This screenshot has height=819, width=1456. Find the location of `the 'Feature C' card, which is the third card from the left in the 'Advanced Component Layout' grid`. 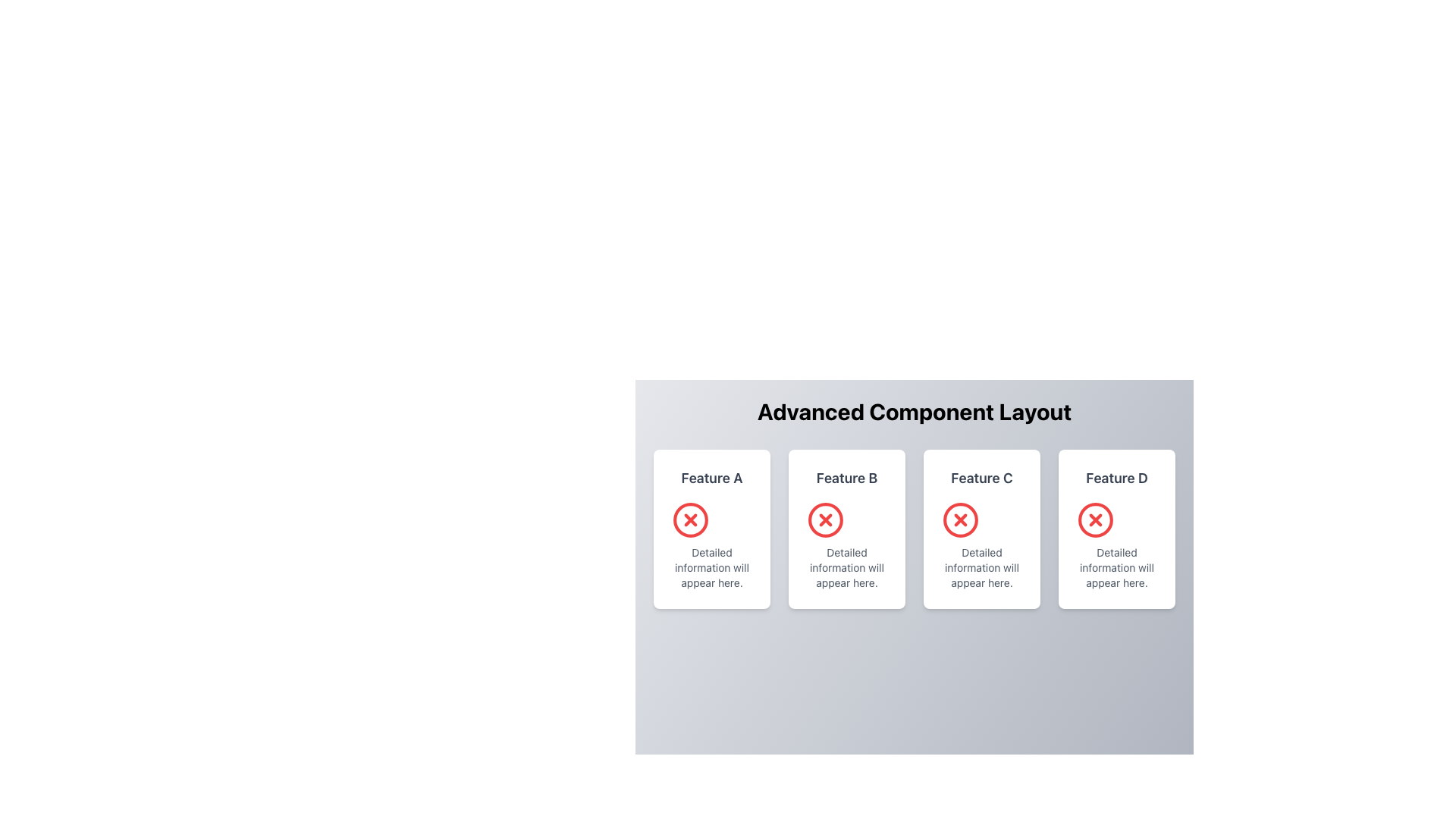

the 'Feature C' card, which is the third card from the left in the 'Advanced Component Layout' grid is located at coordinates (982, 529).